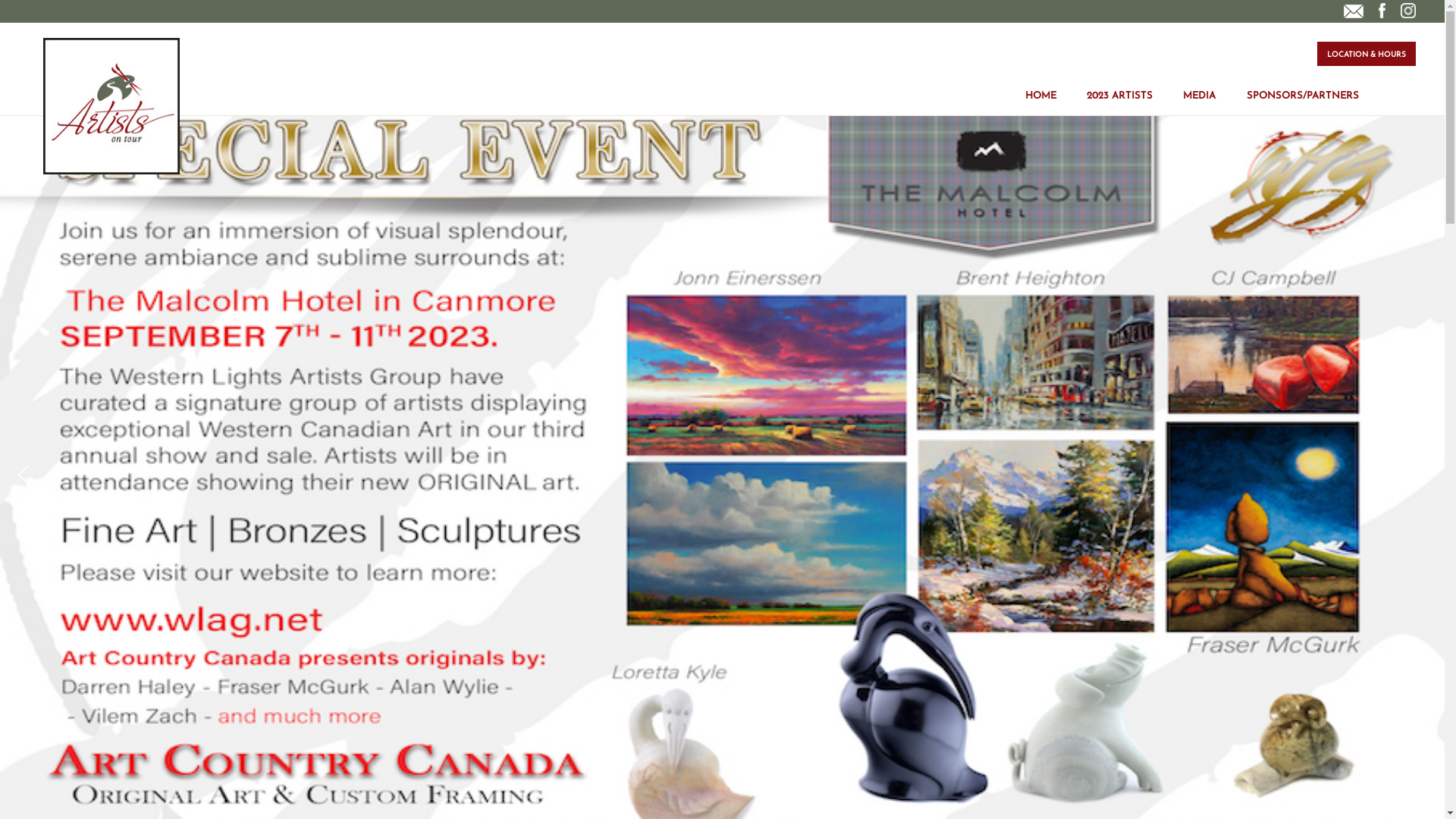 The height and width of the screenshot is (819, 1456). I want to click on 'MEDIA', so click(1198, 84).